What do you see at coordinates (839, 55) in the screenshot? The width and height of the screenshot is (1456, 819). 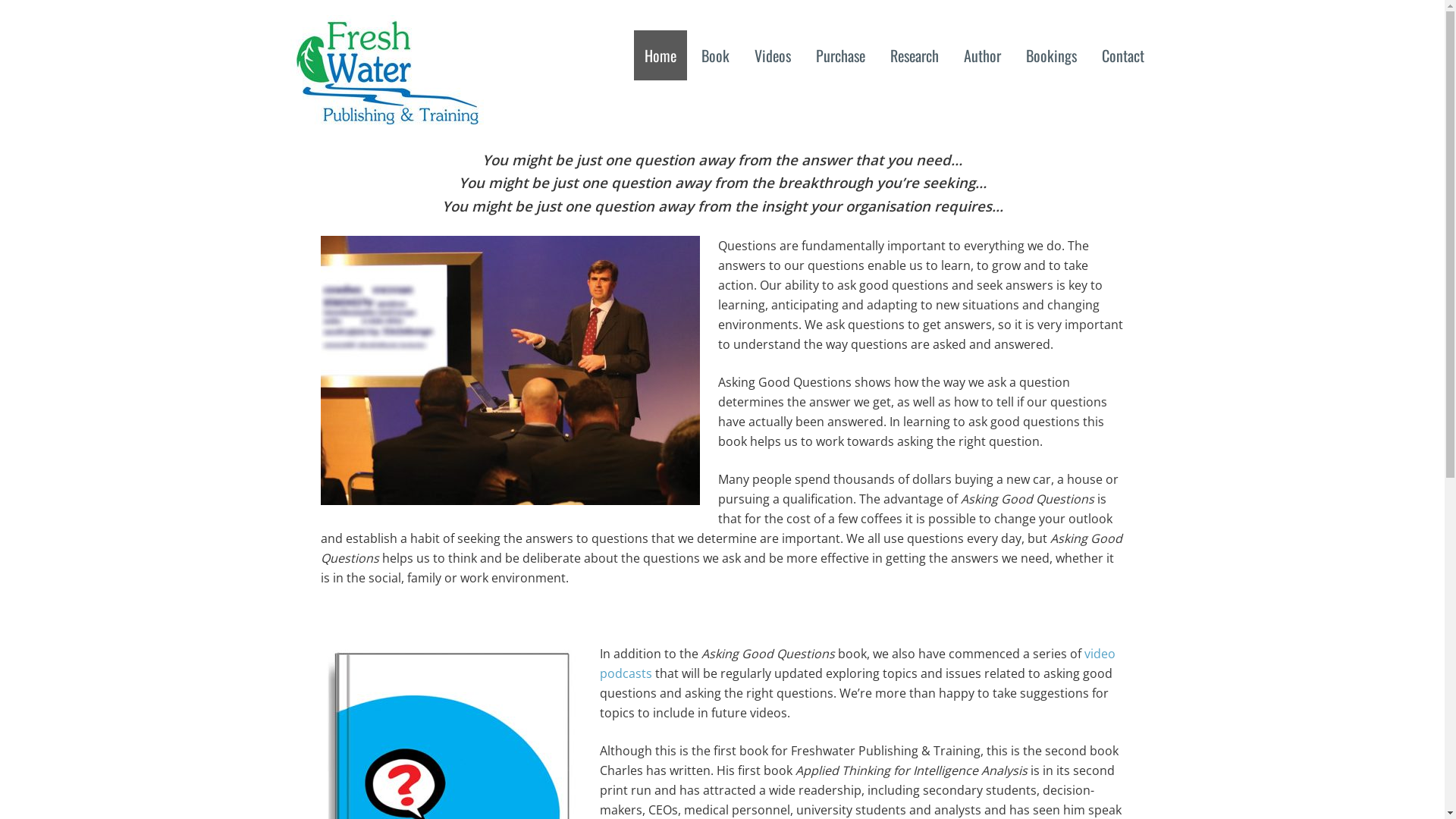 I see `'Purchase'` at bounding box center [839, 55].